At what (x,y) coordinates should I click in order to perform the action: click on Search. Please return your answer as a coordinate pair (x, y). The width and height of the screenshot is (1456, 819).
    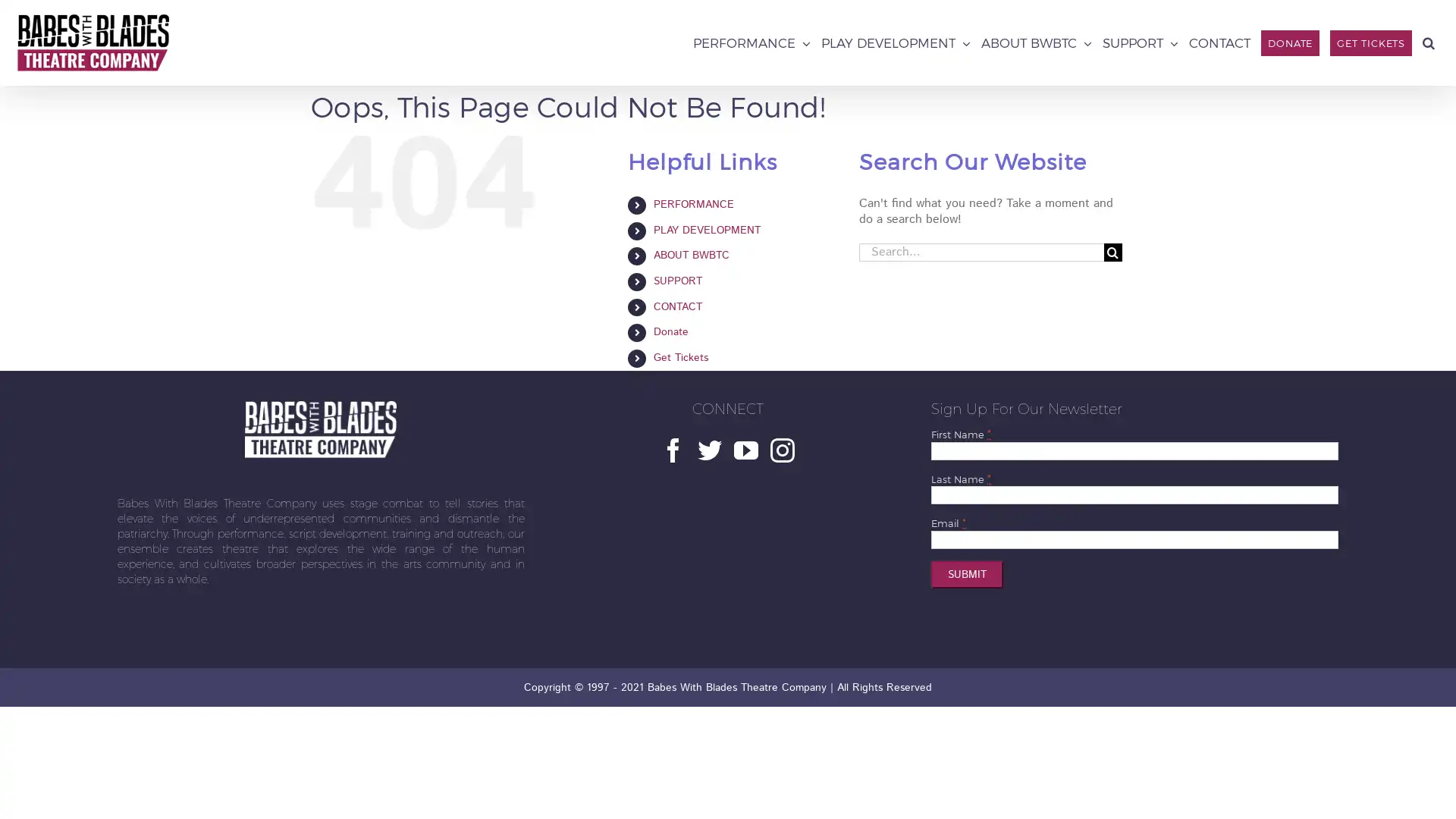
    Looking at the image, I should click on (1427, 42).